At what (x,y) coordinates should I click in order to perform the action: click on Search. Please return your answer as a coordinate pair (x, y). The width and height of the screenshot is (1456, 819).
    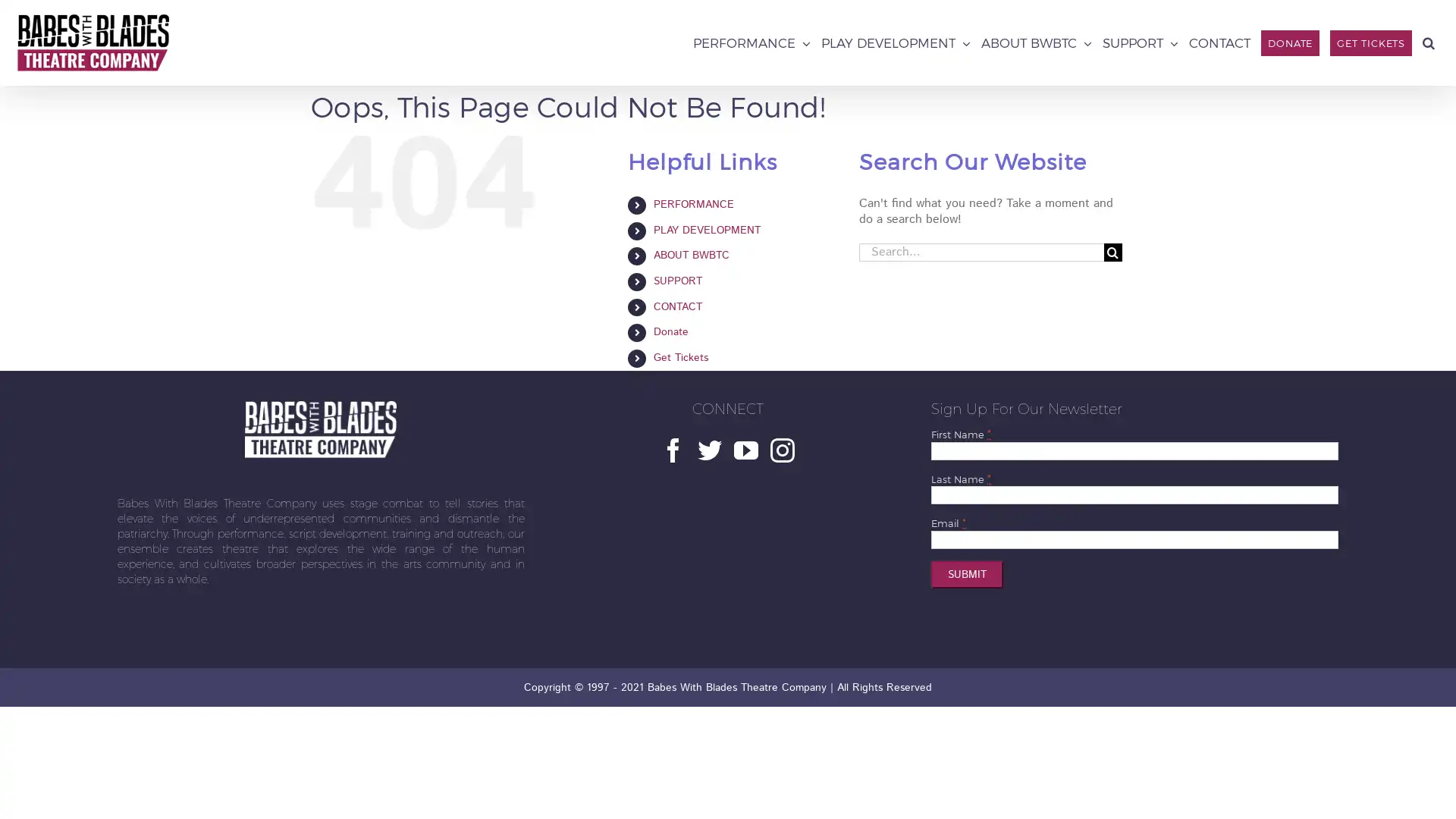
    Looking at the image, I should click on (1427, 42).